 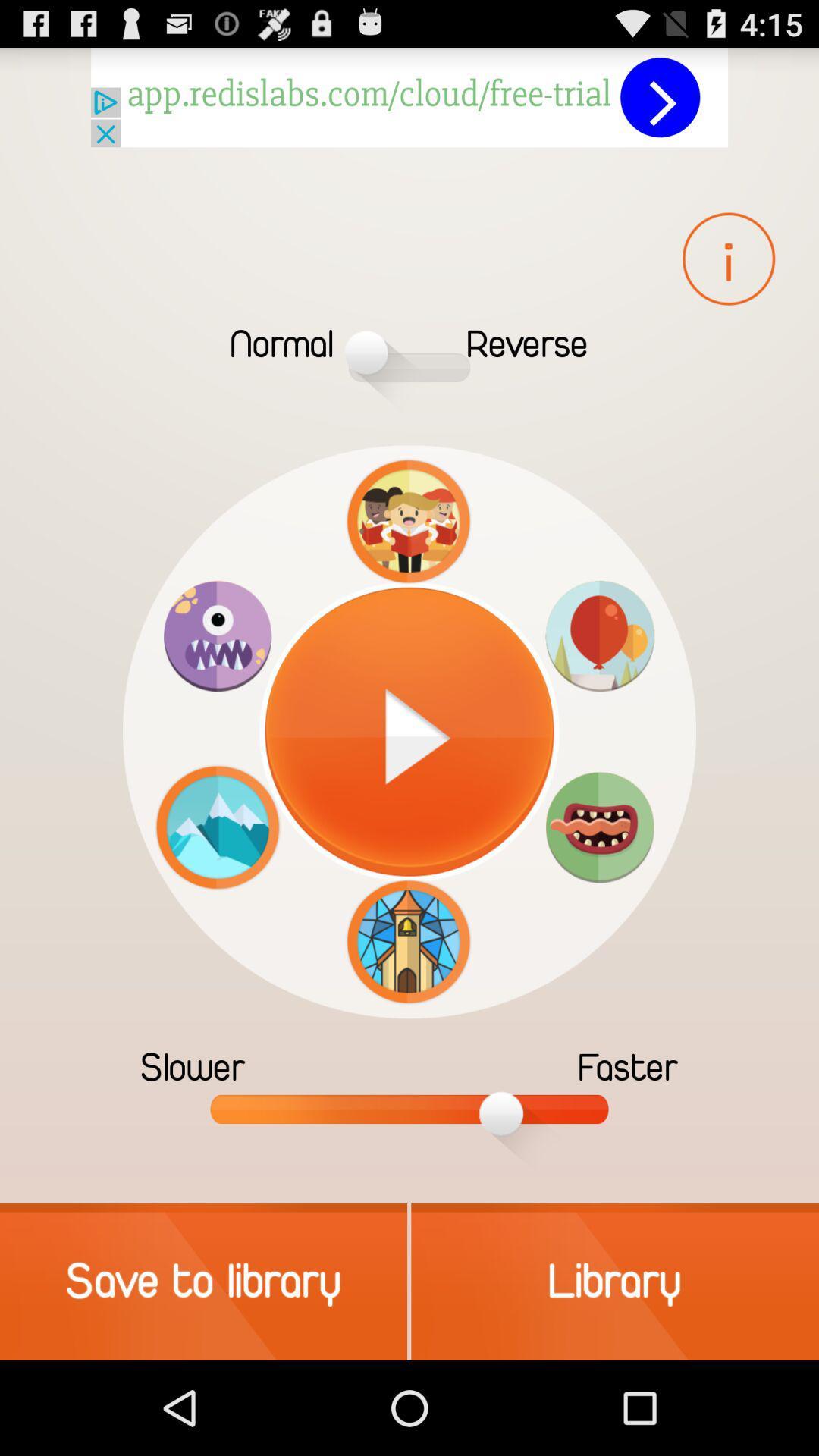 What do you see at coordinates (408, 521) in the screenshot?
I see `the icon above the play icon` at bounding box center [408, 521].